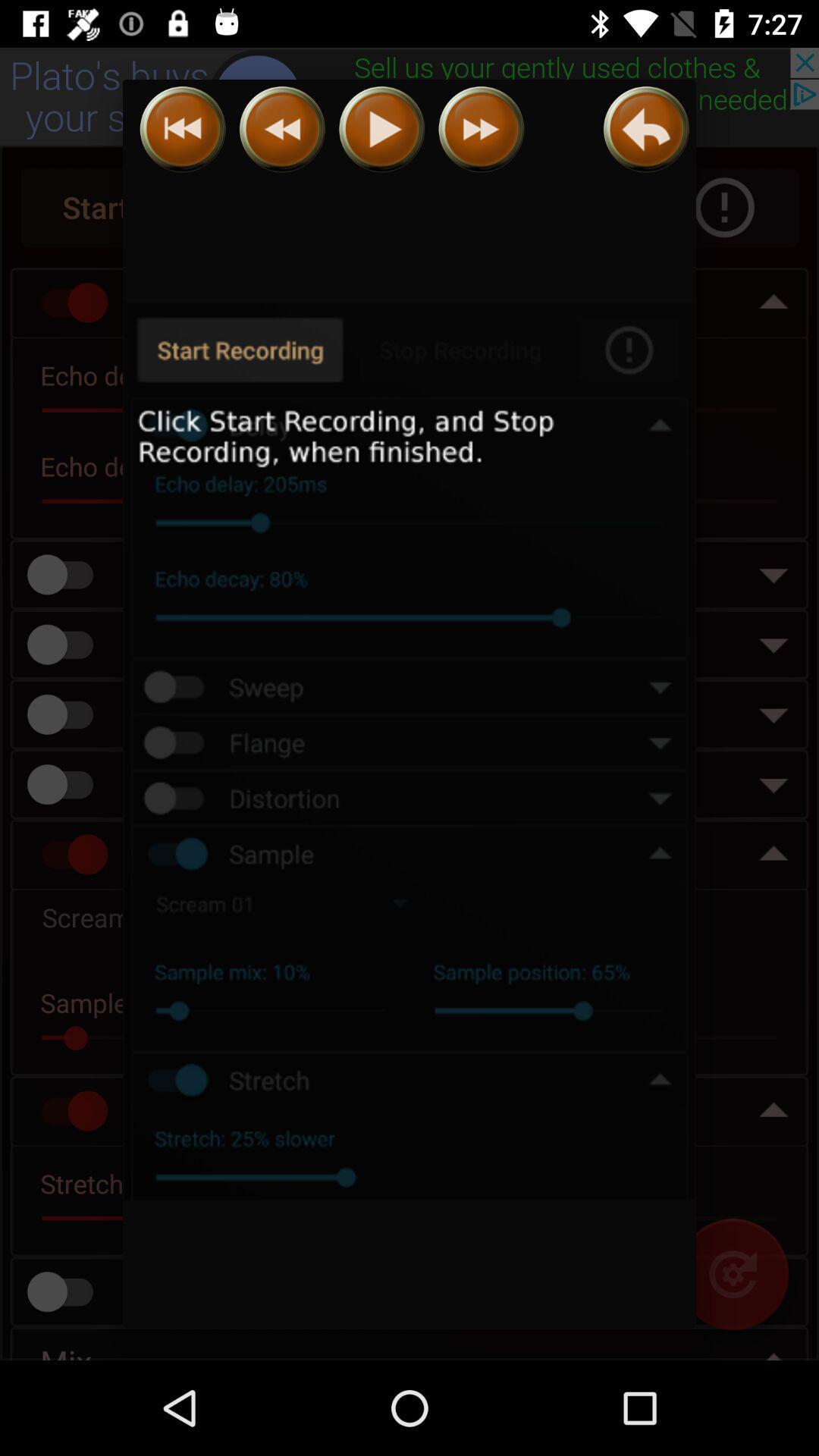 The height and width of the screenshot is (1456, 819). Describe the element at coordinates (182, 129) in the screenshot. I see `previous song` at that location.